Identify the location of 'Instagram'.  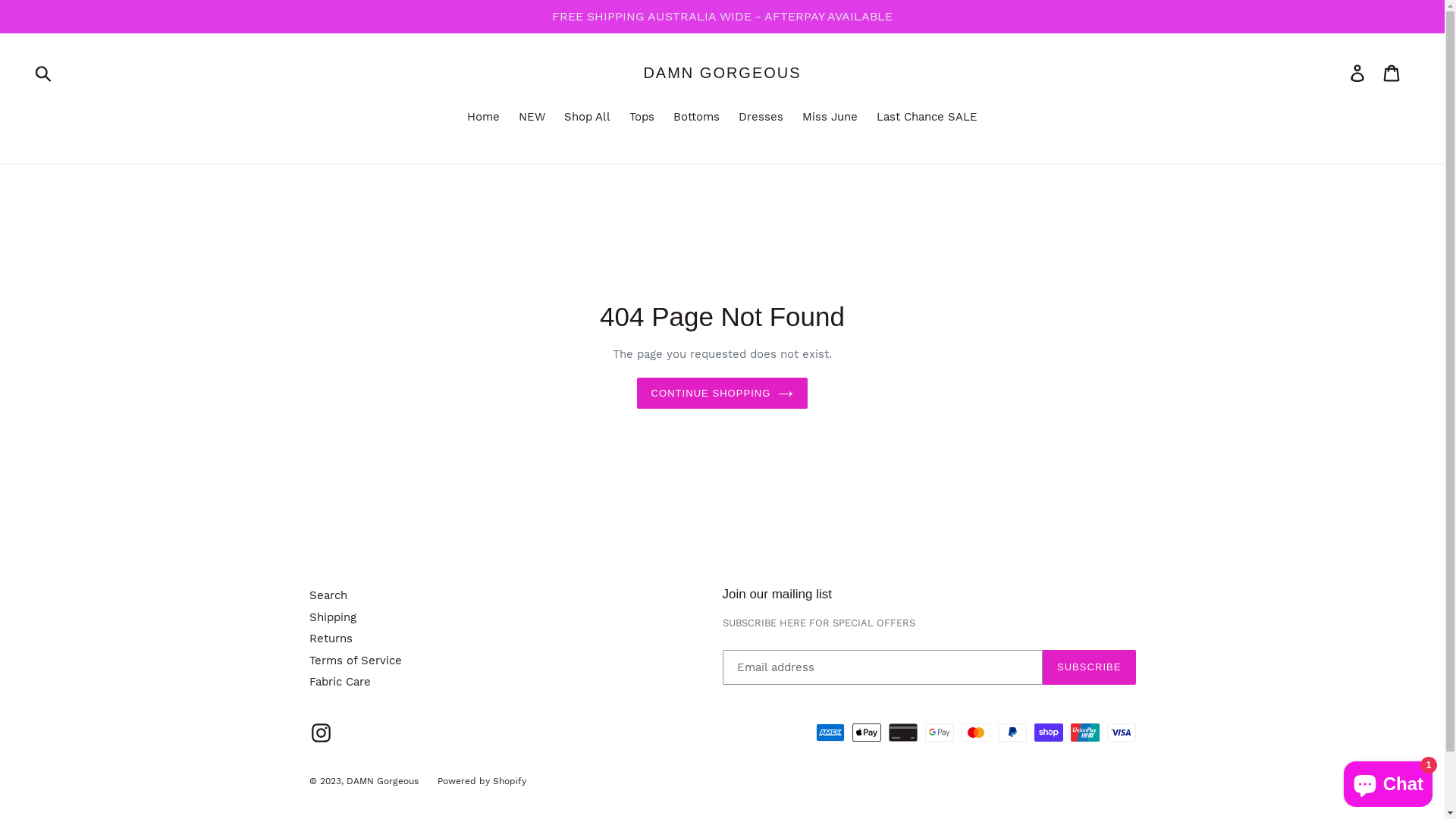
(320, 732).